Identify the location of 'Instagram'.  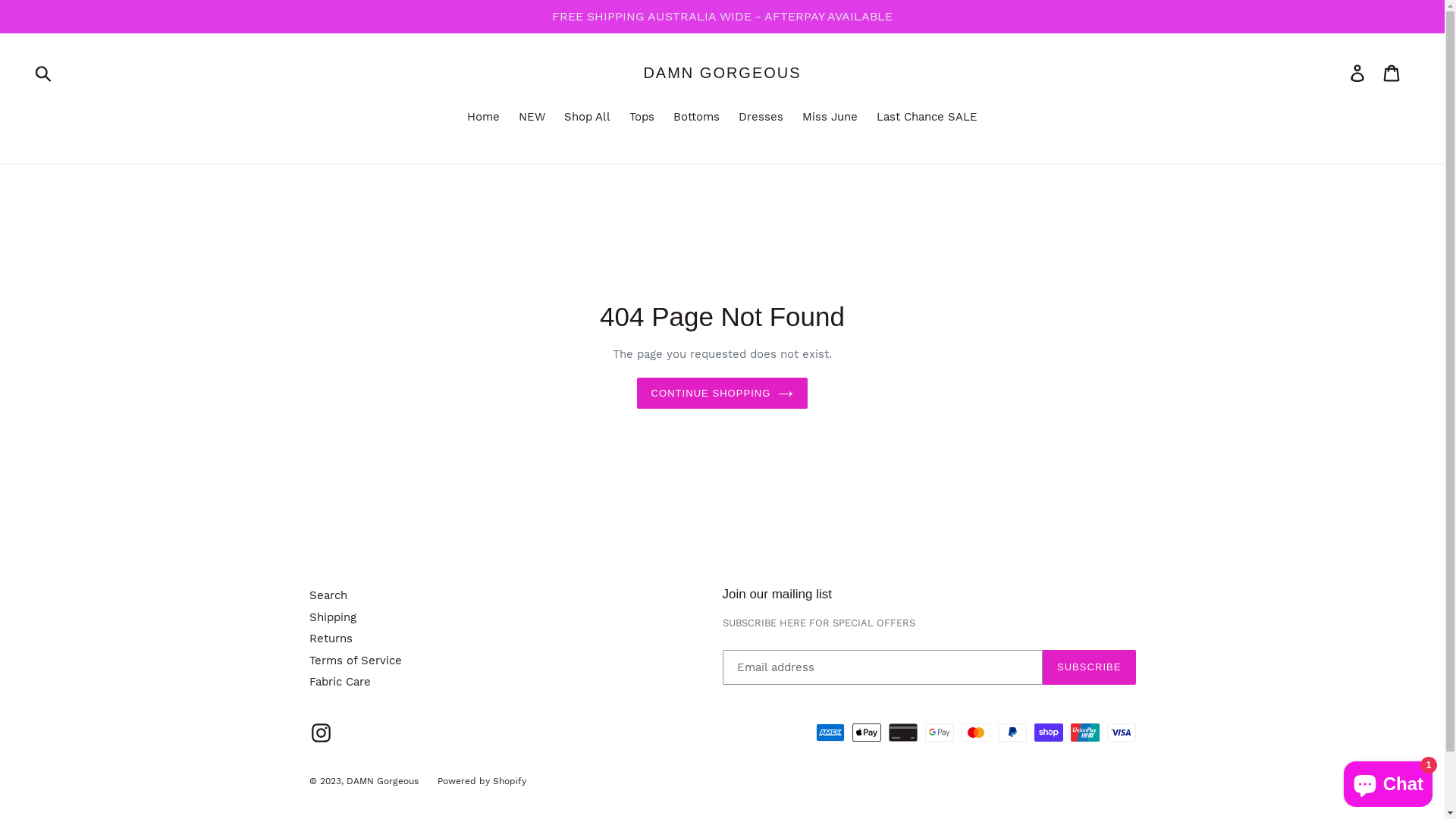
(320, 732).